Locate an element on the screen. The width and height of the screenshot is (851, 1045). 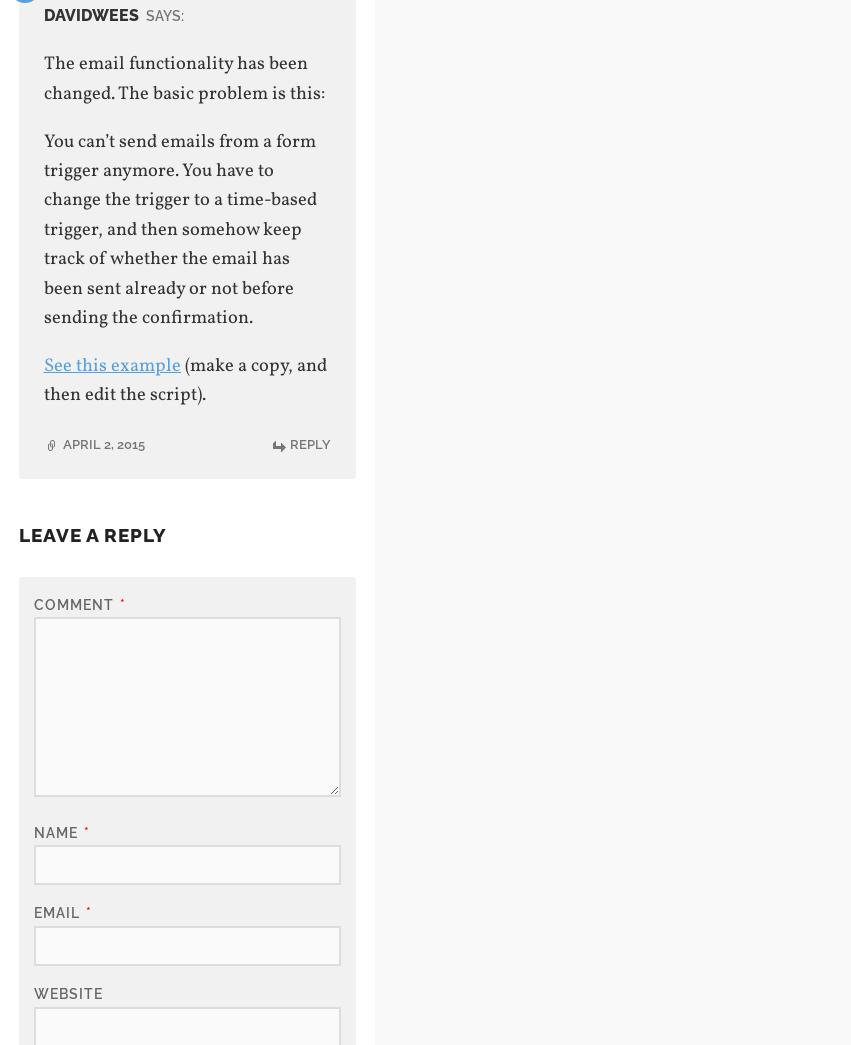
'(make a copy, and then edit the script).' is located at coordinates (183, 379).